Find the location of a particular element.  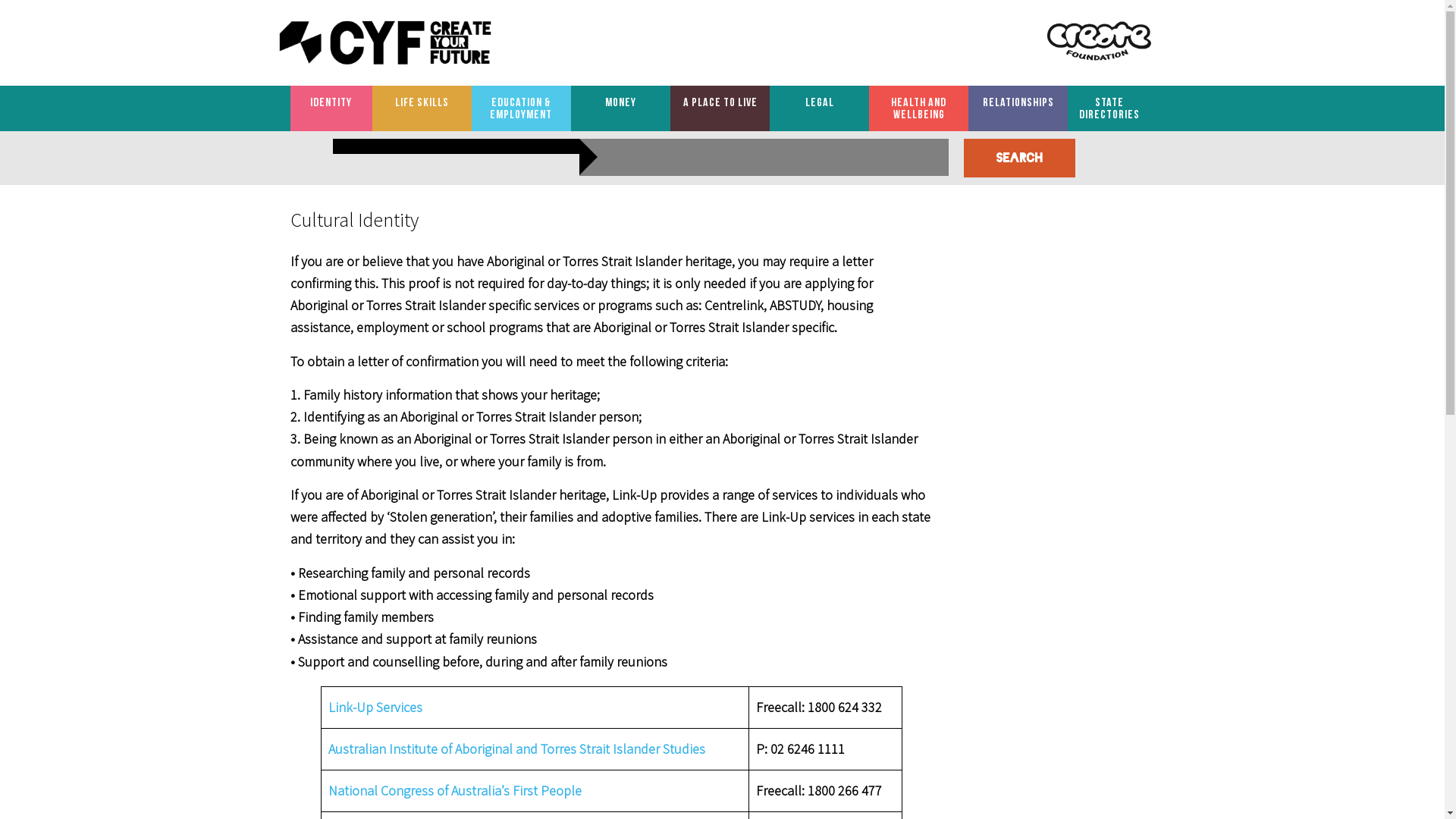

'EDUCATION & EMPLOYMENT' is located at coordinates (521, 108).